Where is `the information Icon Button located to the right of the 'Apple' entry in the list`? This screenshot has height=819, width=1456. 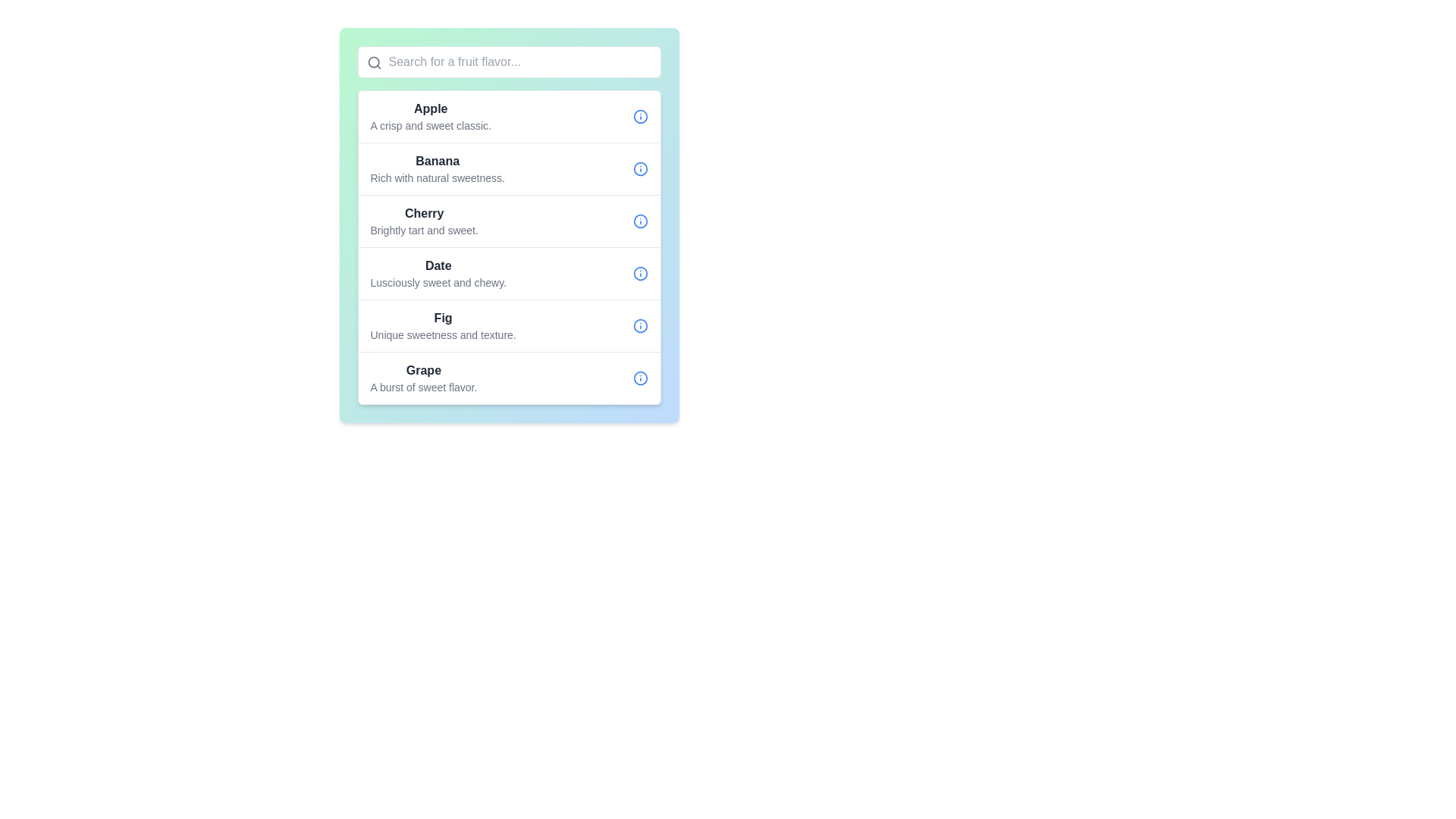 the information Icon Button located to the right of the 'Apple' entry in the list is located at coordinates (640, 116).